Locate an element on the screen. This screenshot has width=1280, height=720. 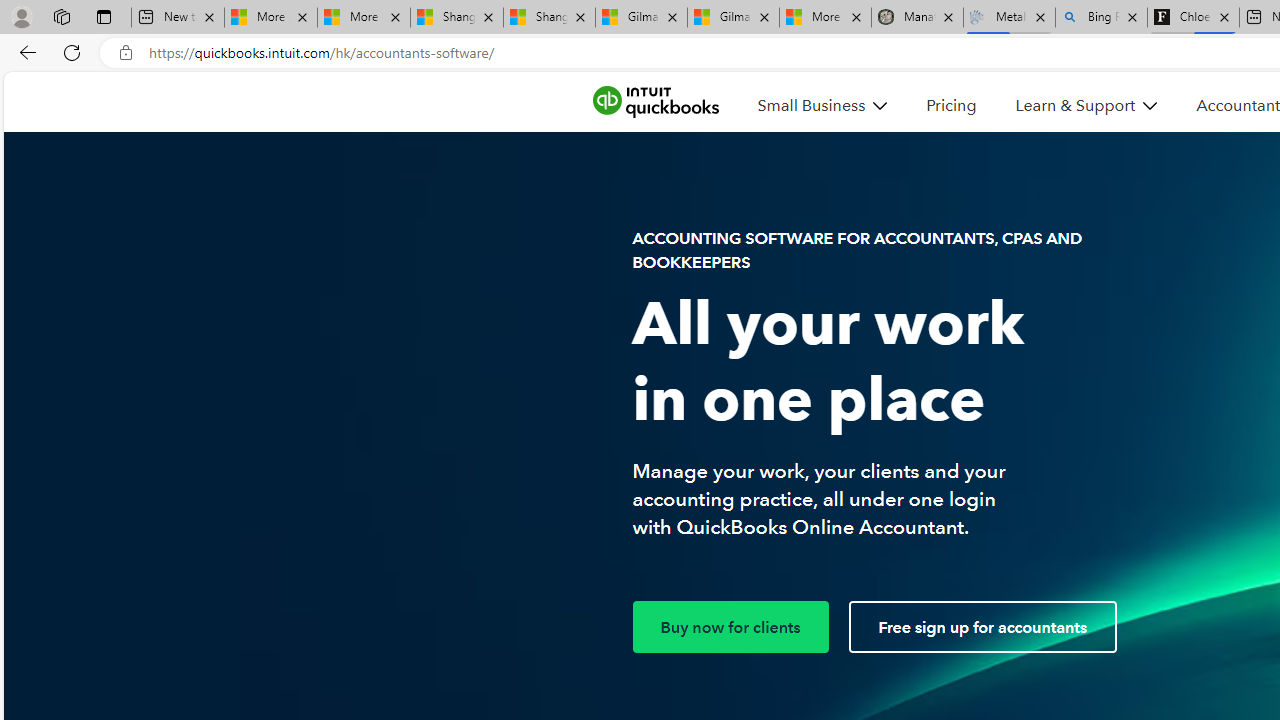
'Bing Real Estate - Home sales and rental listings' is located at coordinates (1100, 17).